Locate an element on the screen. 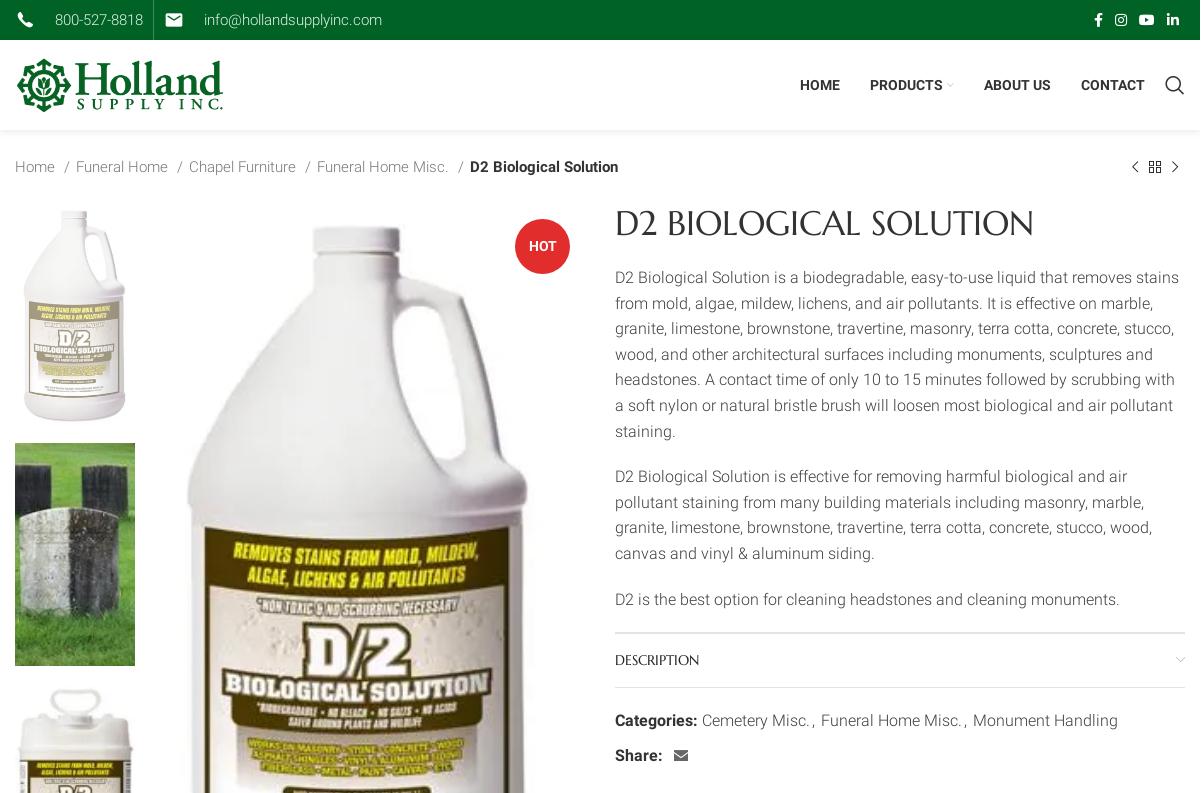 The width and height of the screenshot is (1202, 793). 'Cast Aluminum Signs' is located at coordinates (1106, 248).